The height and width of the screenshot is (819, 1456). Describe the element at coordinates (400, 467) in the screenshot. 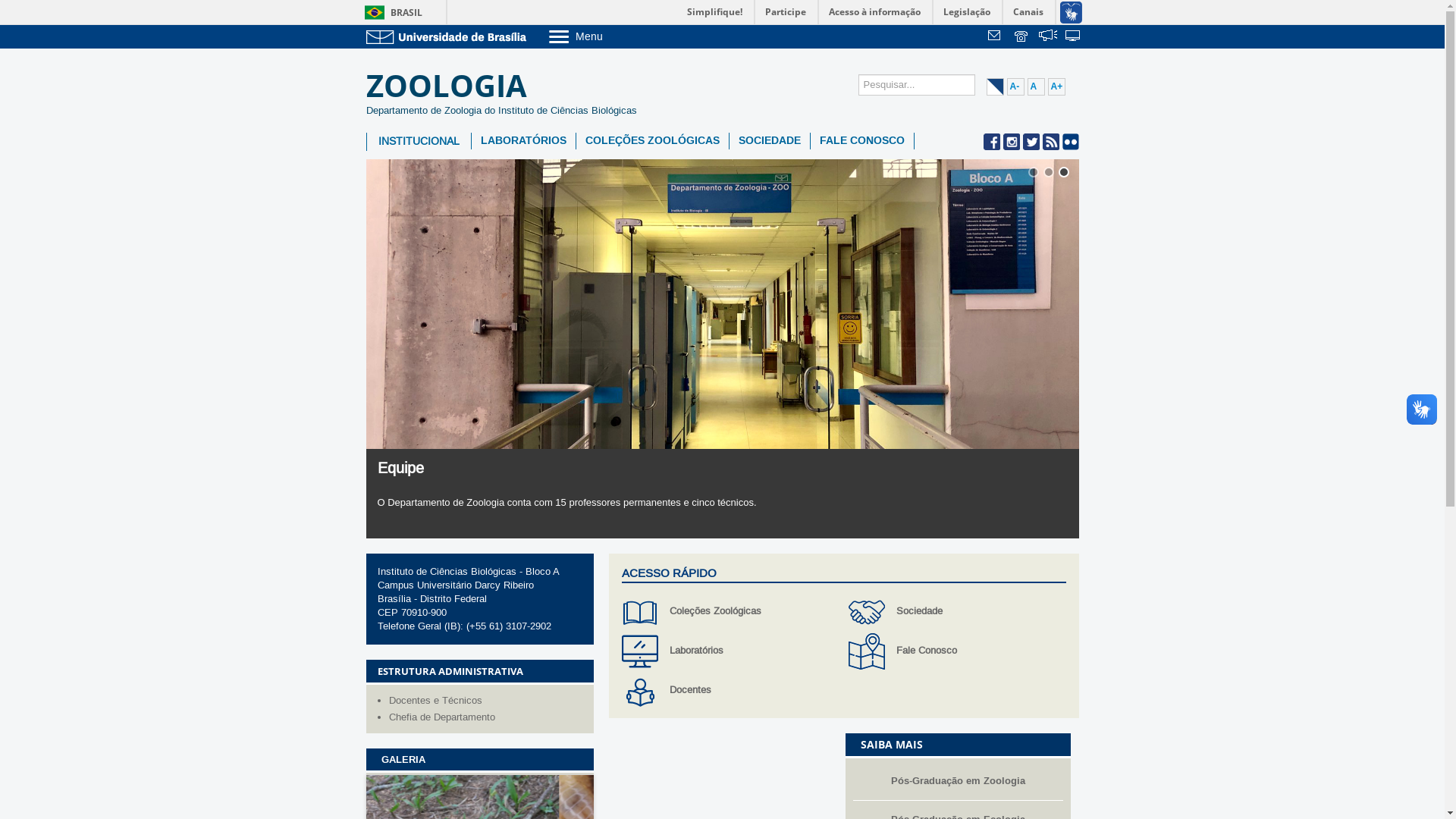

I see `'Equipe'` at that location.